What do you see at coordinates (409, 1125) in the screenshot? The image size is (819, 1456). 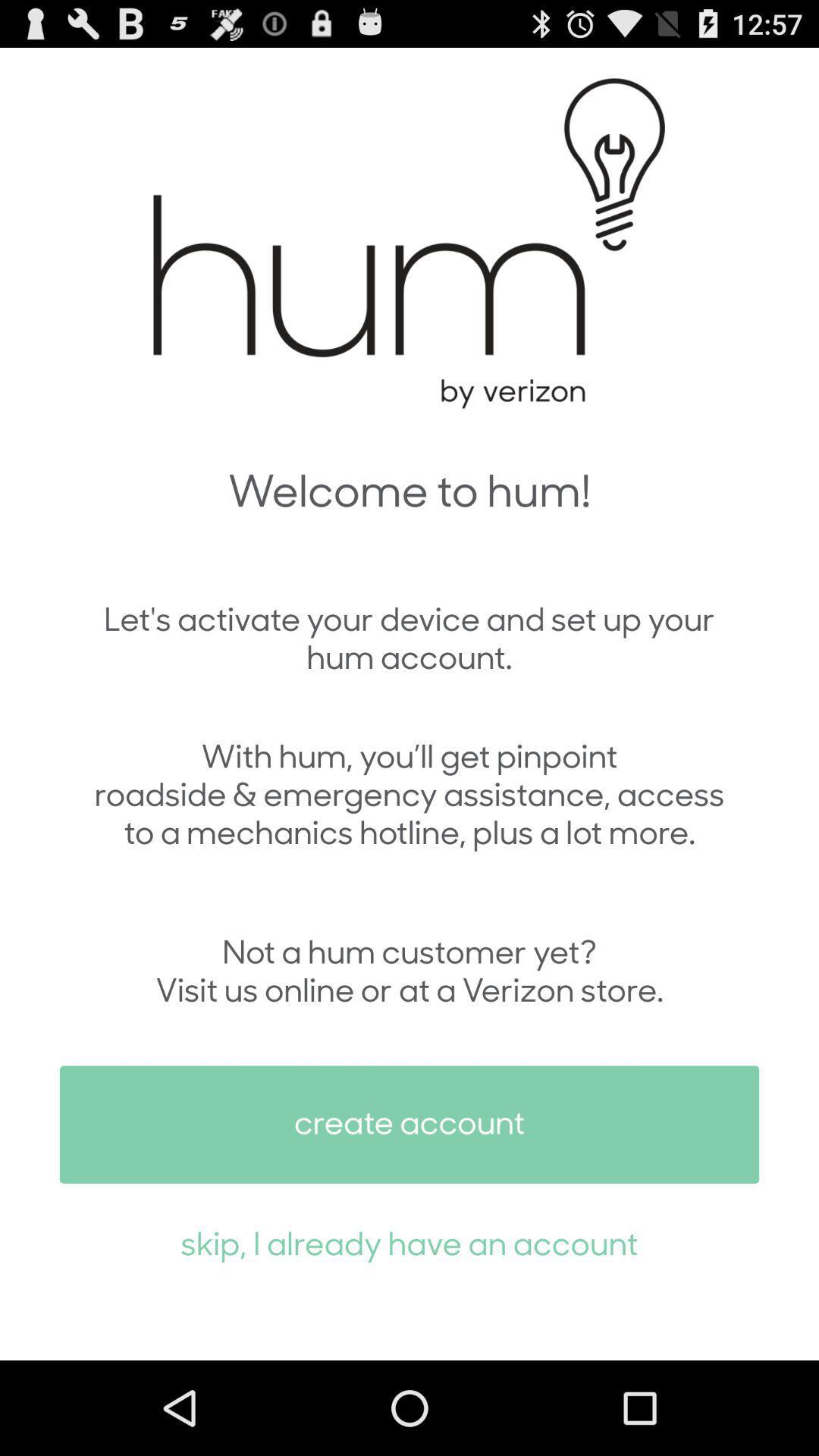 I see `the create account` at bounding box center [409, 1125].